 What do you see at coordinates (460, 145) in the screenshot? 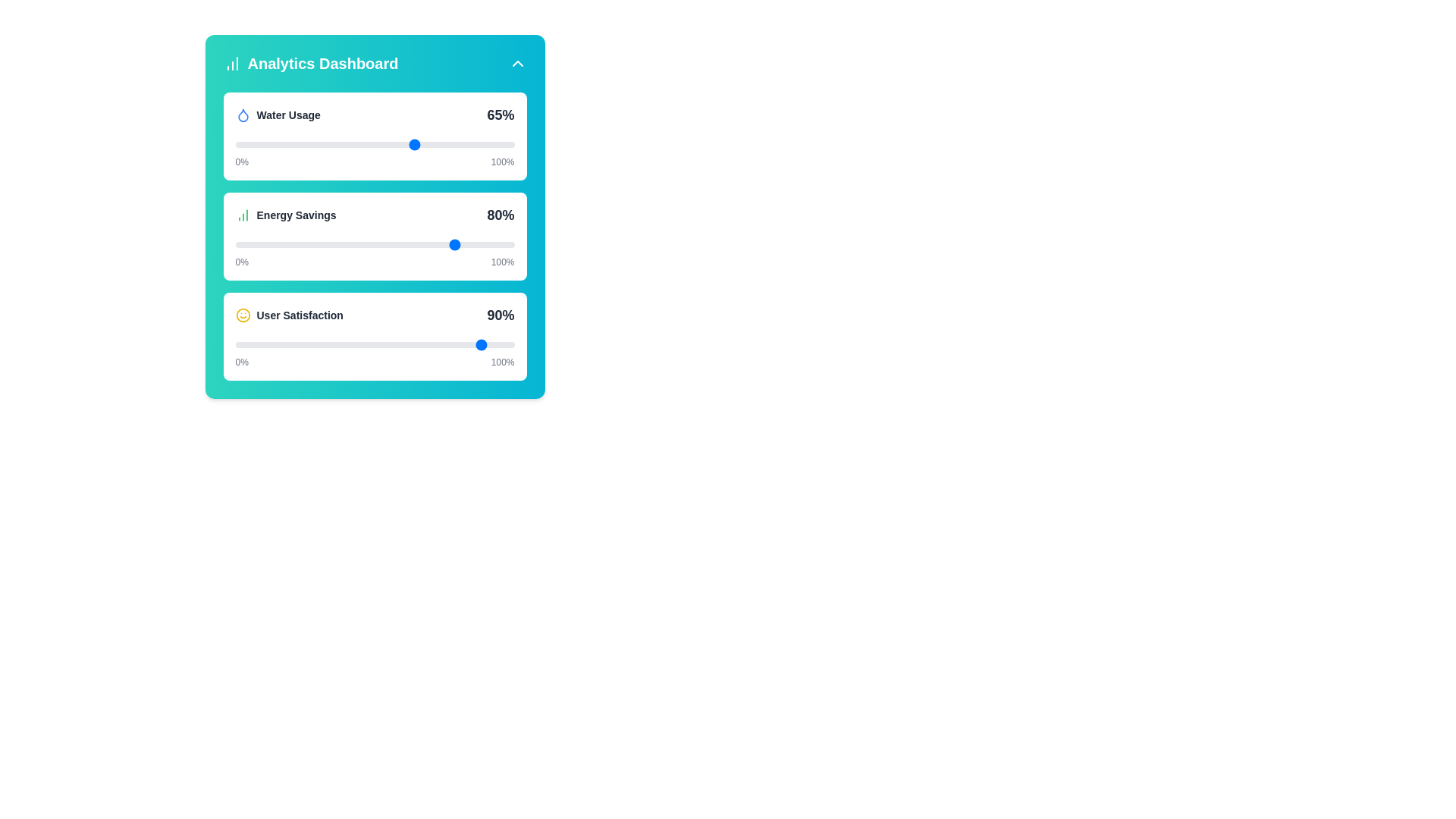
I see `the water usage slider` at bounding box center [460, 145].